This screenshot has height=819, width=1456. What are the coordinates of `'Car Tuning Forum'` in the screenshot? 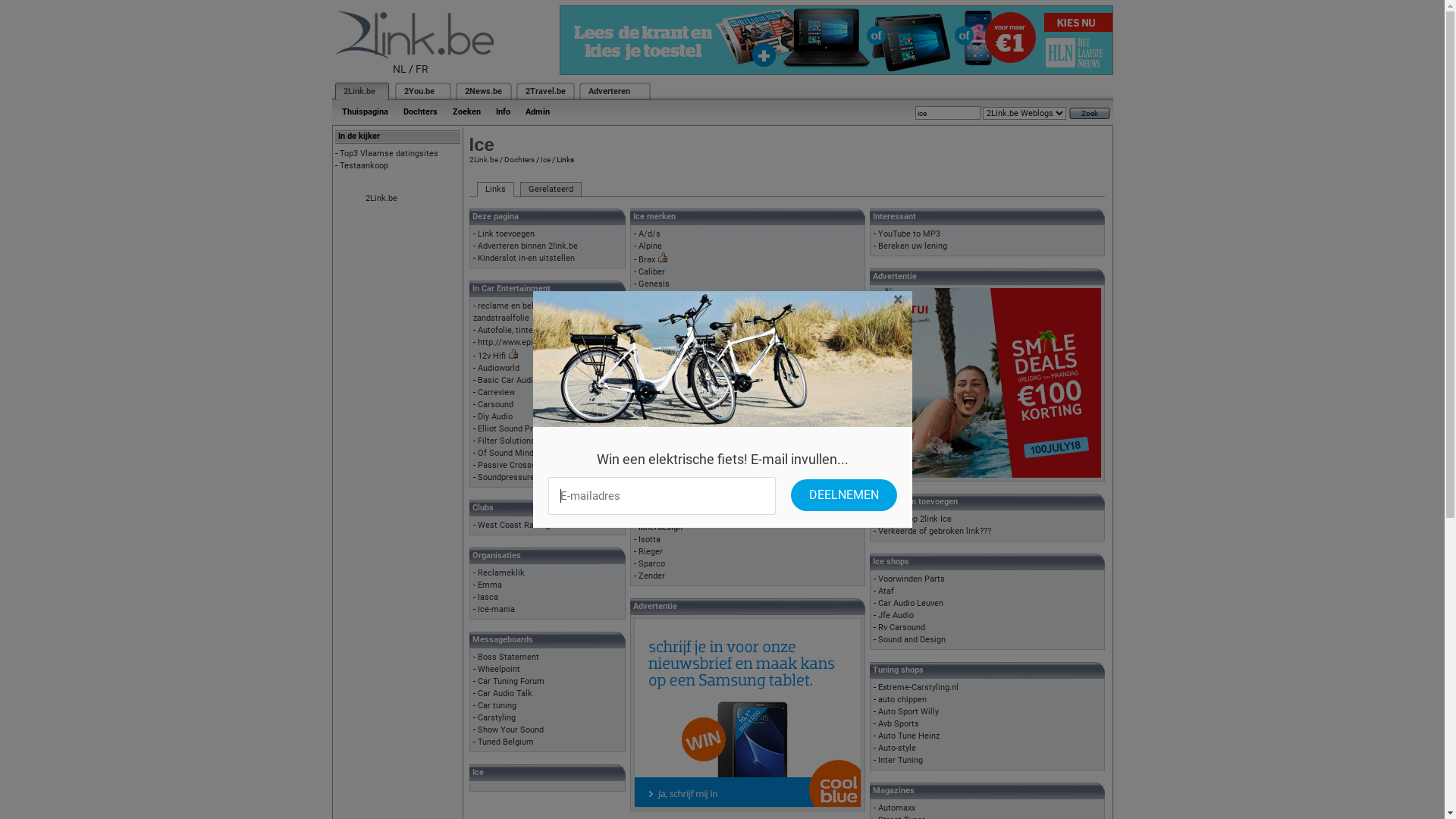 It's located at (510, 680).